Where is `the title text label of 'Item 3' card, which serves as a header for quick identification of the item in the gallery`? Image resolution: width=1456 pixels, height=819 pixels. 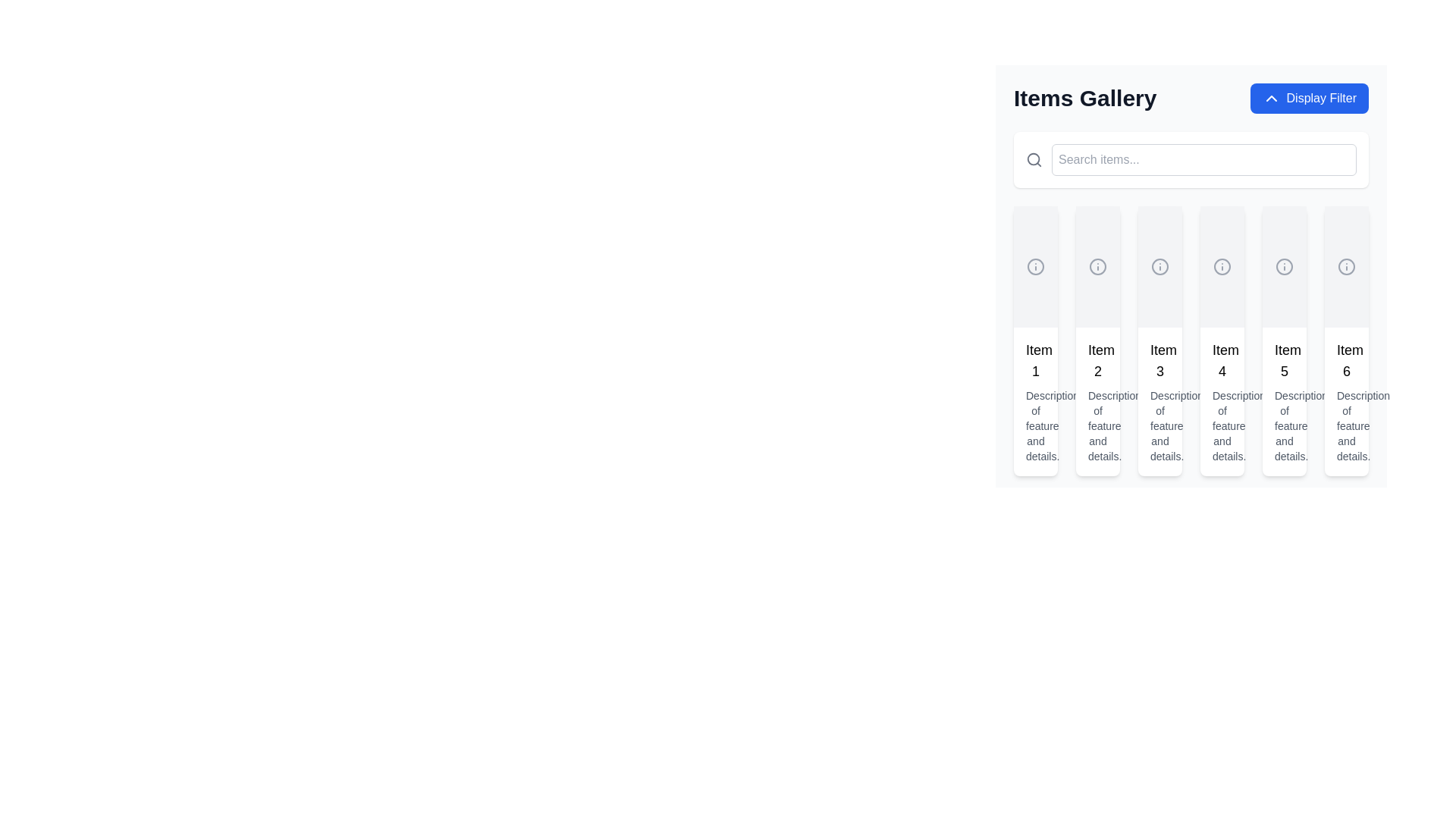
the title text label of 'Item 3' card, which serves as a header for quick identification of the item in the gallery is located at coordinates (1159, 360).